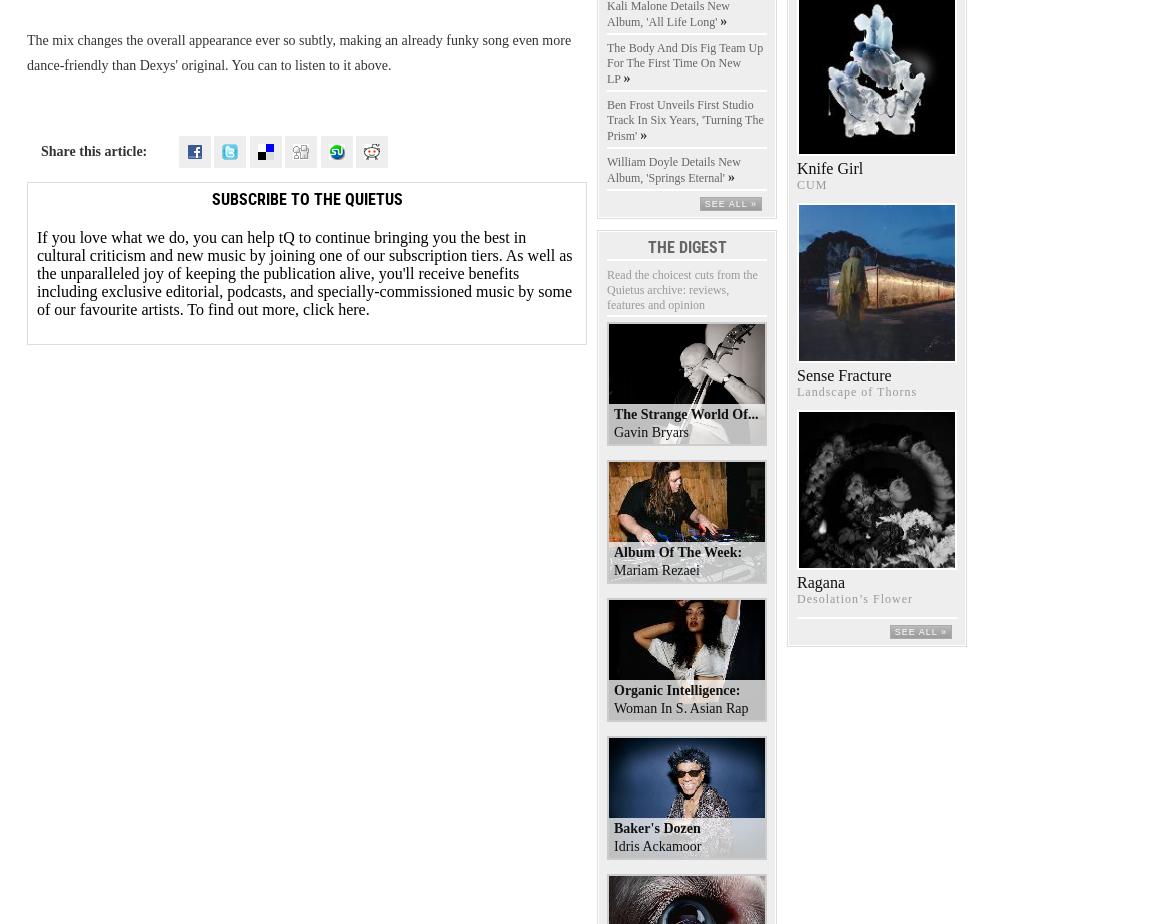 Image resolution: width=1157 pixels, height=924 pixels. What do you see at coordinates (606, 62) in the screenshot?
I see `'The Body And Dis Fig Team Up For The First Time On New LP'` at bounding box center [606, 62].